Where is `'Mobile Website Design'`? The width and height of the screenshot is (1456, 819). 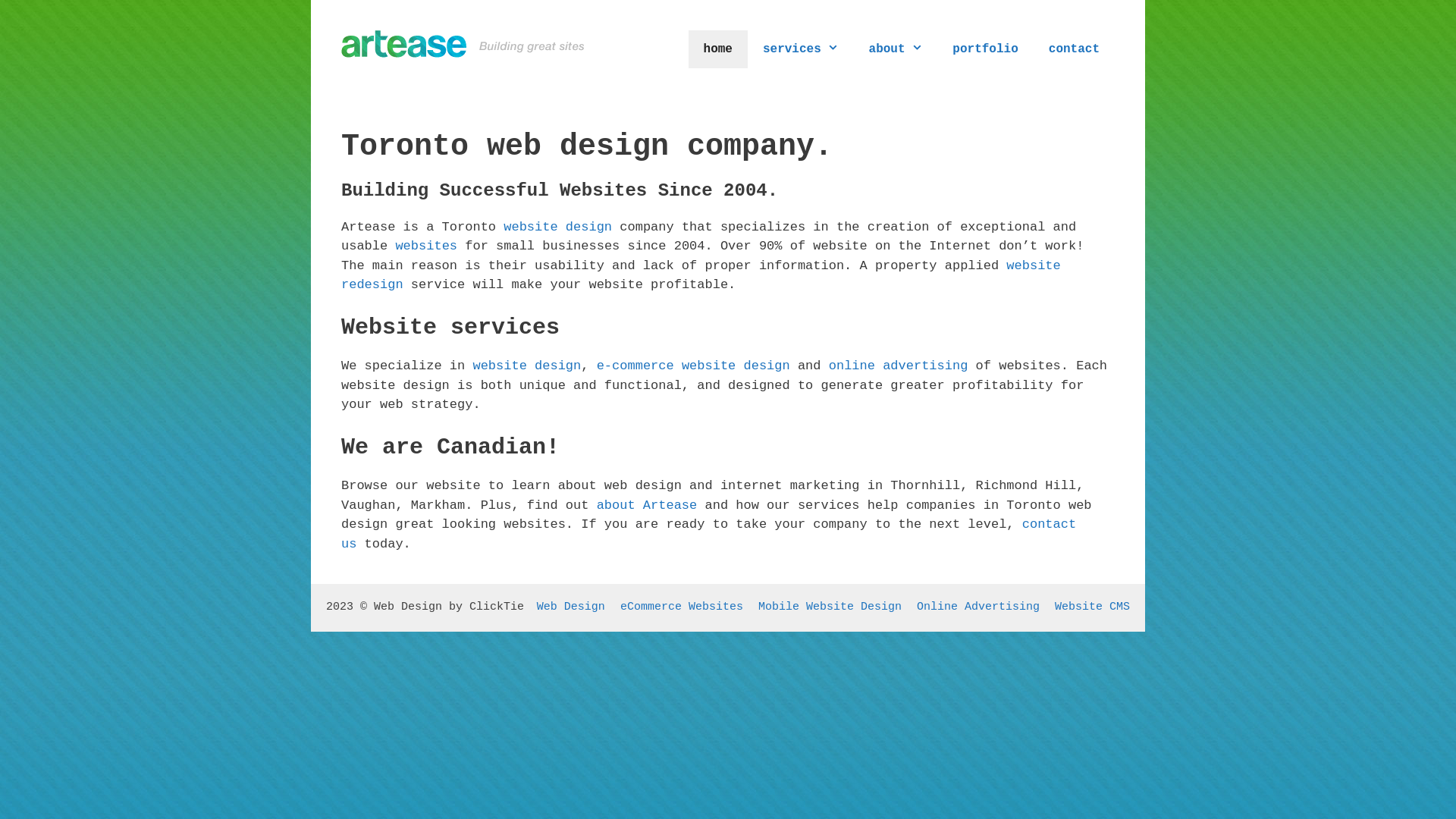 'Mobile Website Design' is located at coordinates (829, 606).